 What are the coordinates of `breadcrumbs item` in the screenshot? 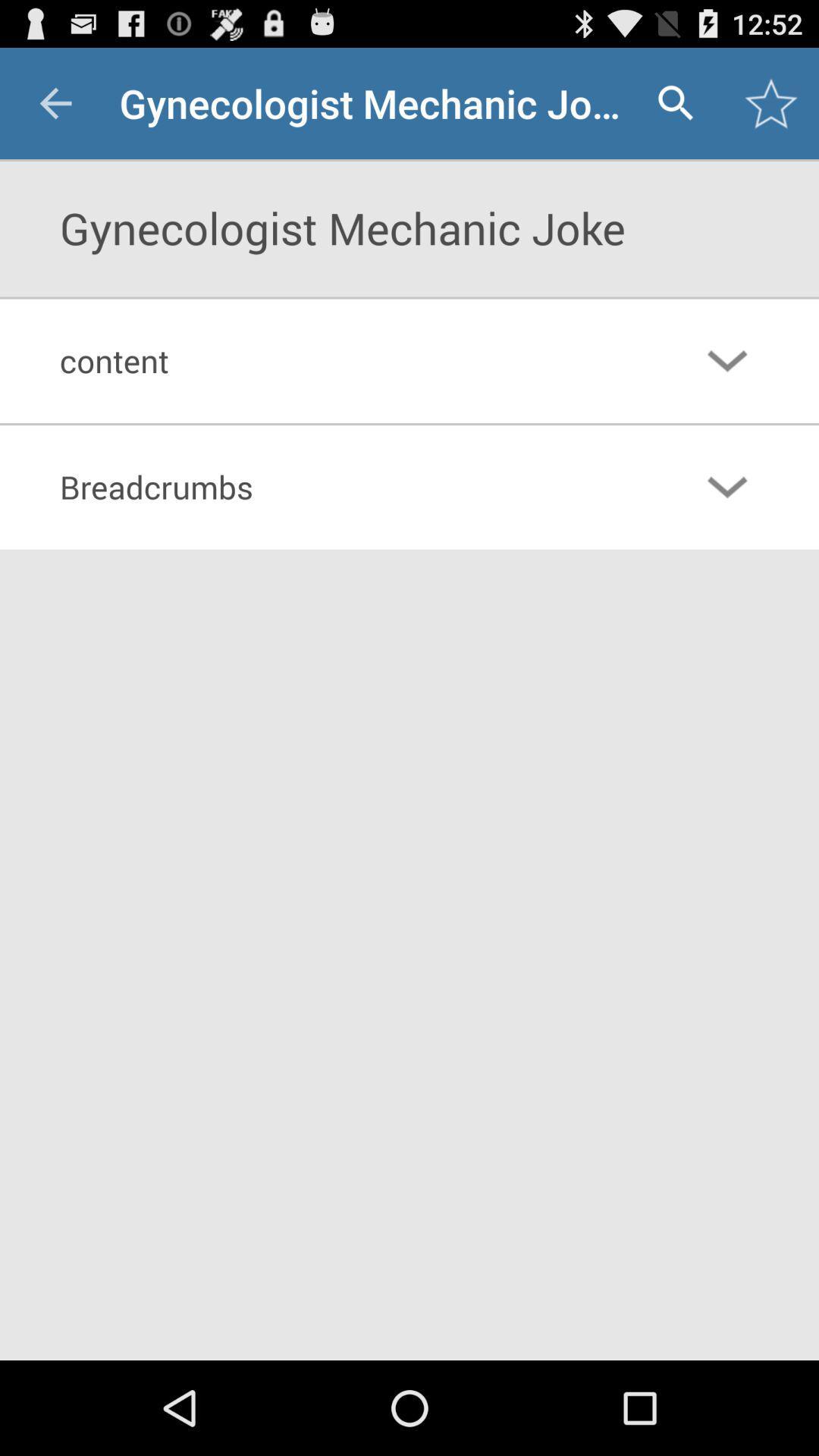 It's located at (347, 487).